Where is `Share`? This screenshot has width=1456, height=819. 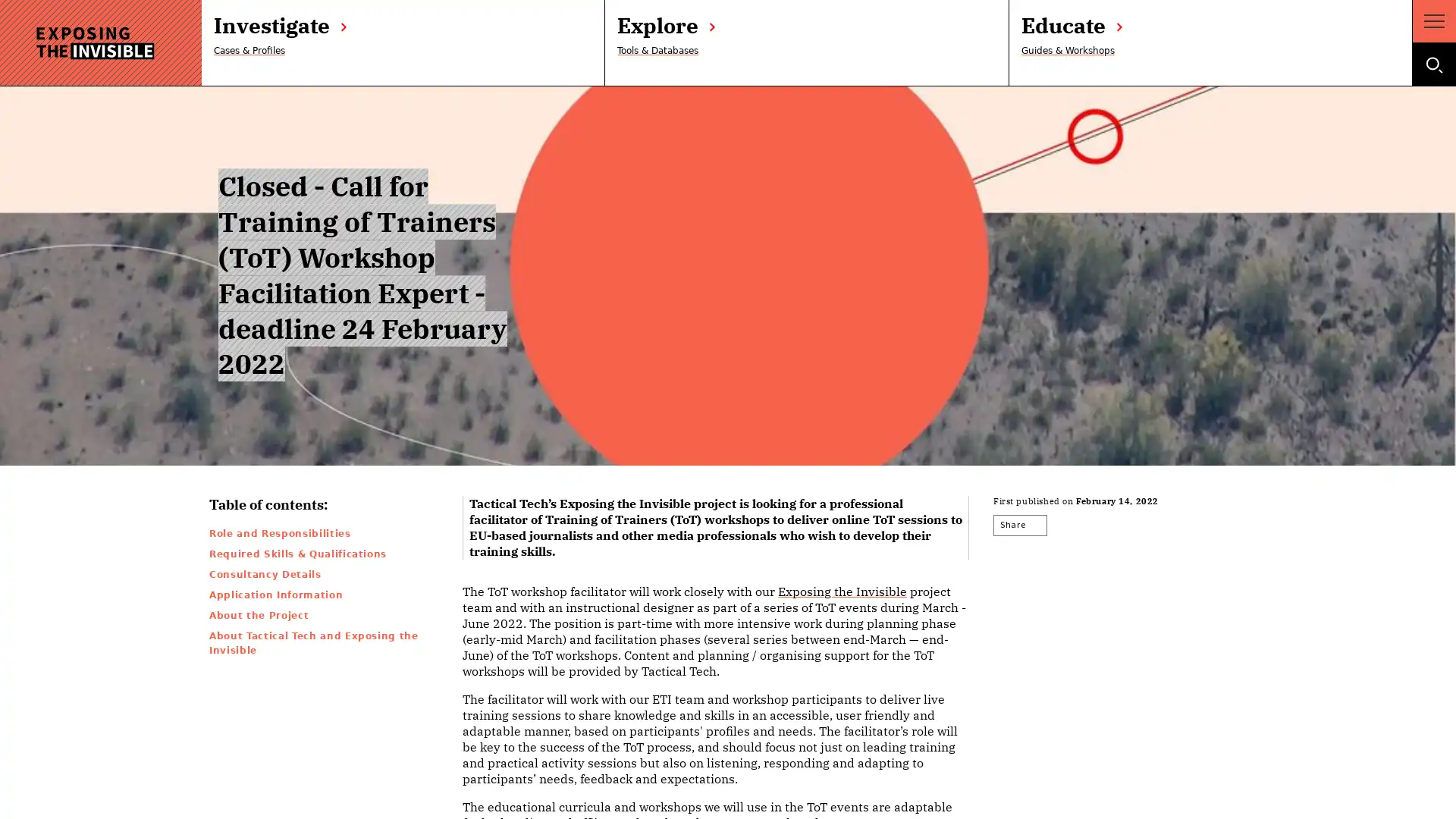 Share is located at coordinates (1022, 525).